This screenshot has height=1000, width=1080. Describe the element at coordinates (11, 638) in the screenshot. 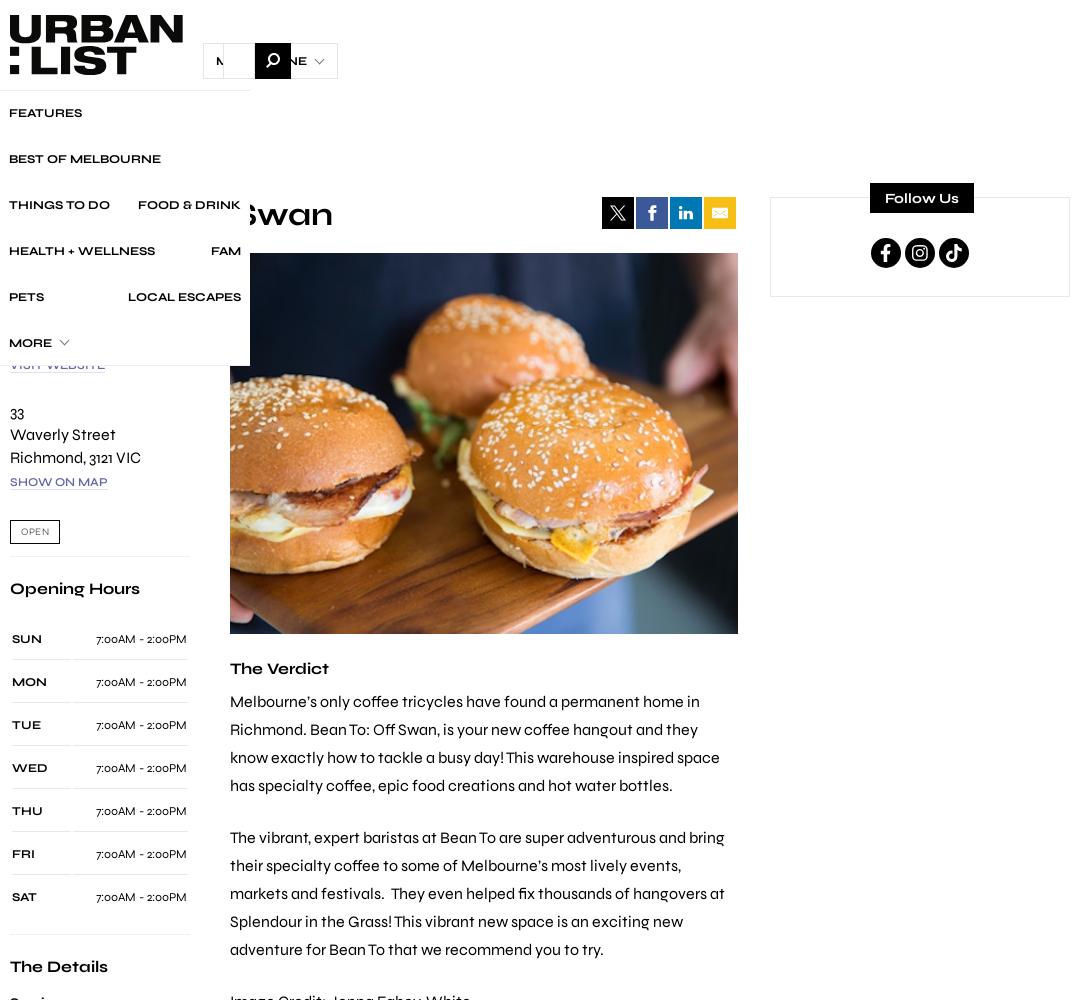

I see `'SUN'` at that location.